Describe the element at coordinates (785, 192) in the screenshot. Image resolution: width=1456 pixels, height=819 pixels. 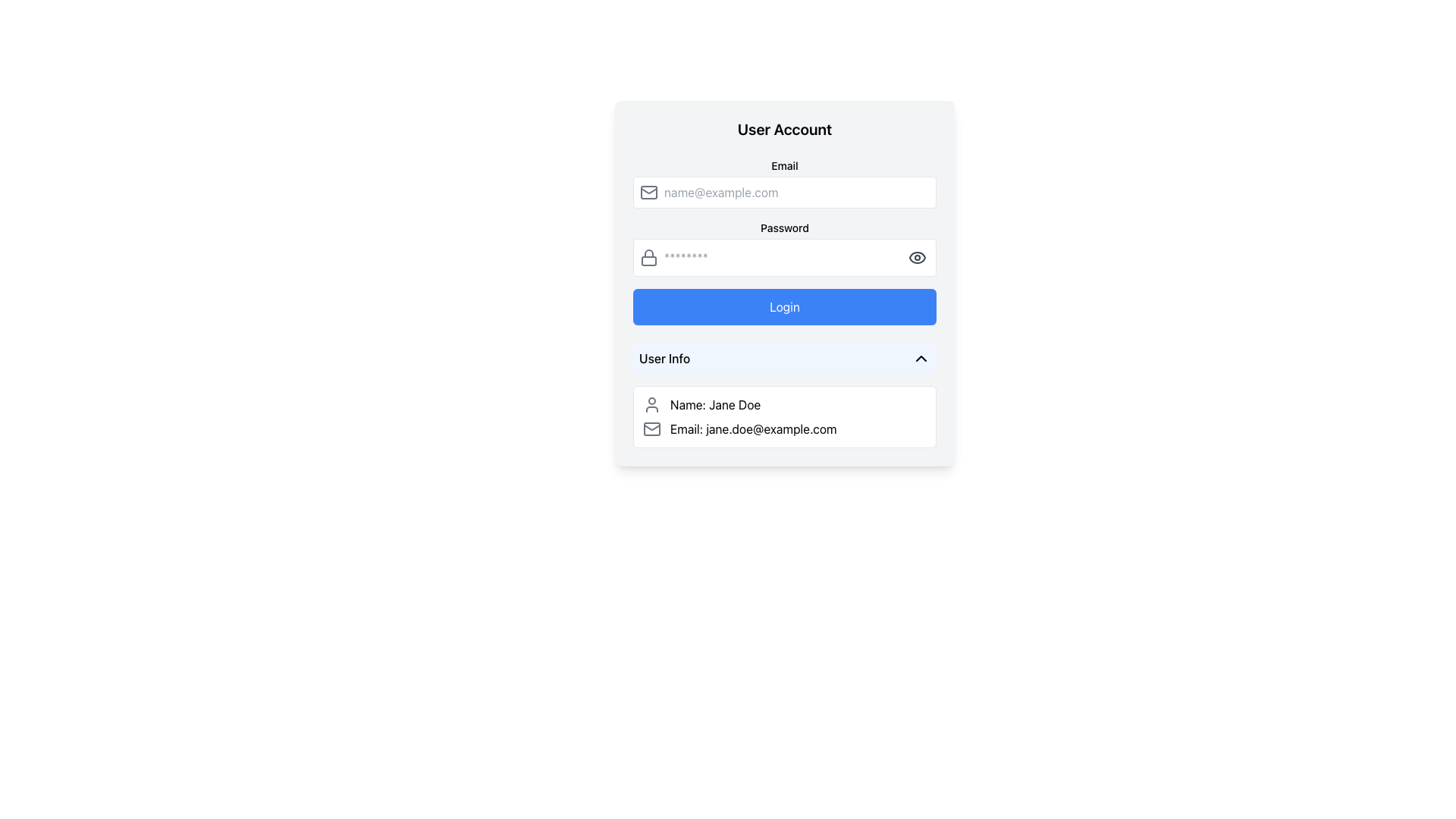
I see `the email input field located in the 'User Account' section of the form to focus it` at that location.